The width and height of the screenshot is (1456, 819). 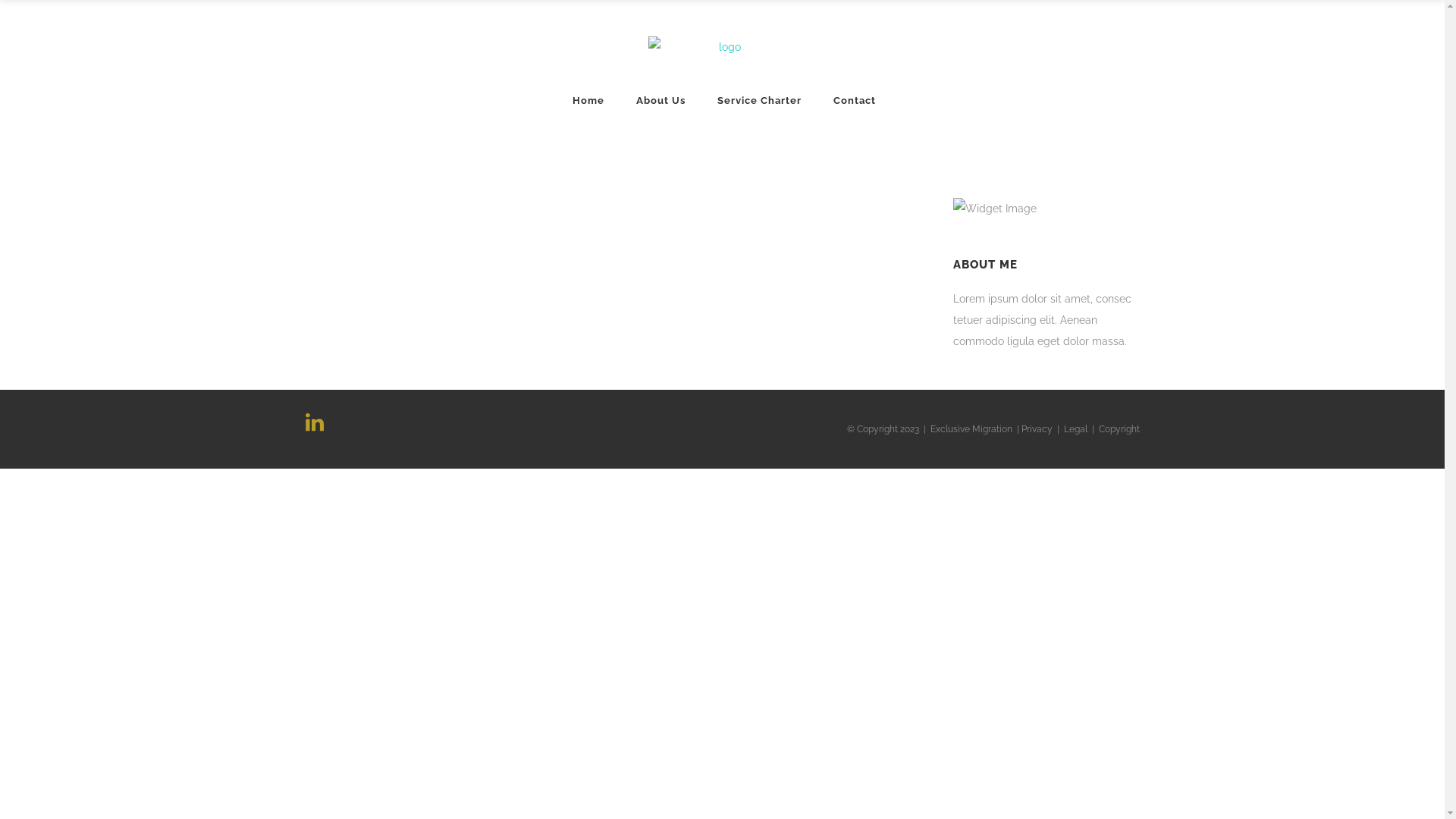 What do you see at coordinates (1074, 429) in the screenshot?
I see `'Legal'` at bounding box center [1074, 429].